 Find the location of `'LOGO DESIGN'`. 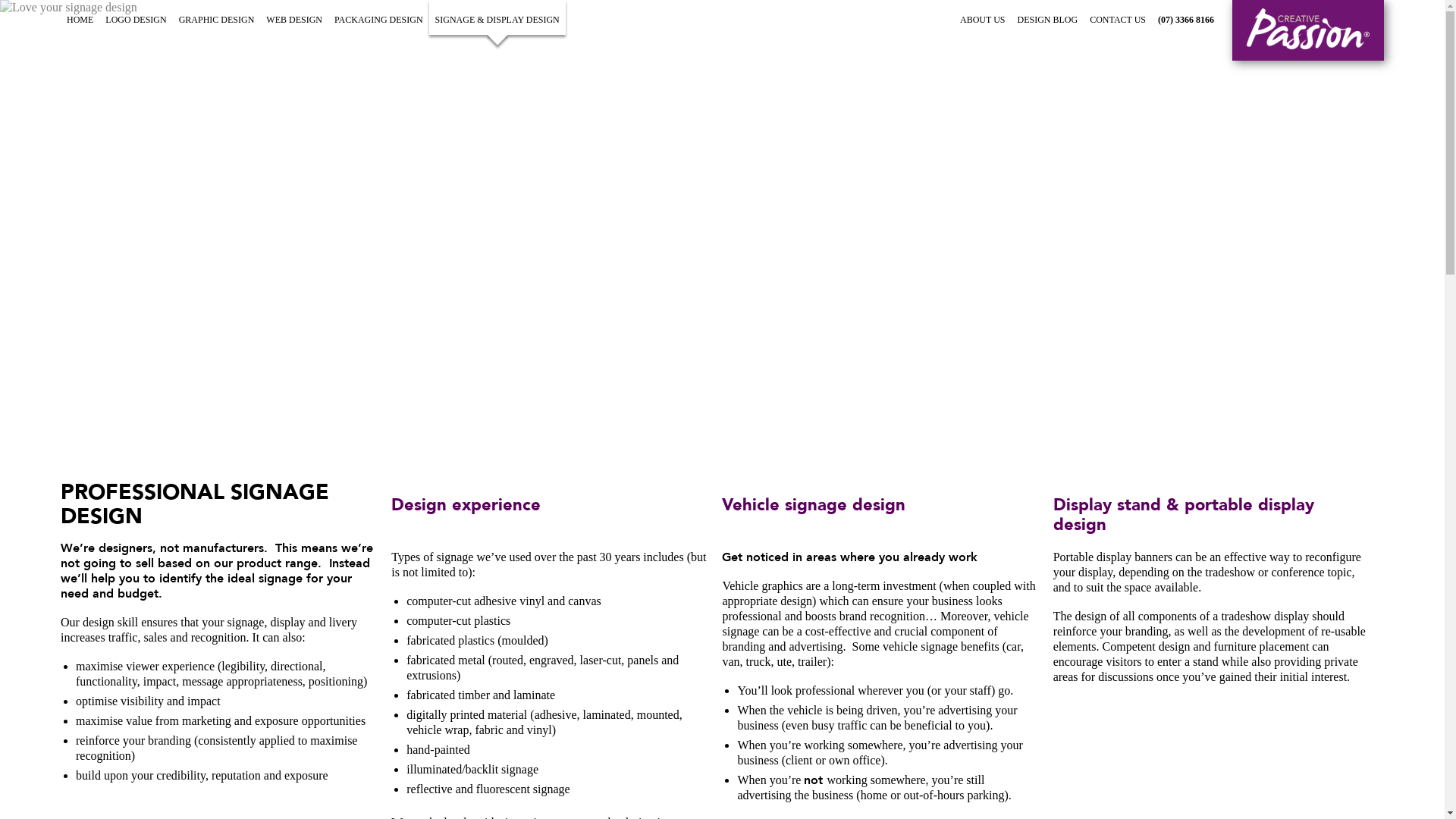

'LOGO DESIGN' is located at coordinates (135, 17).